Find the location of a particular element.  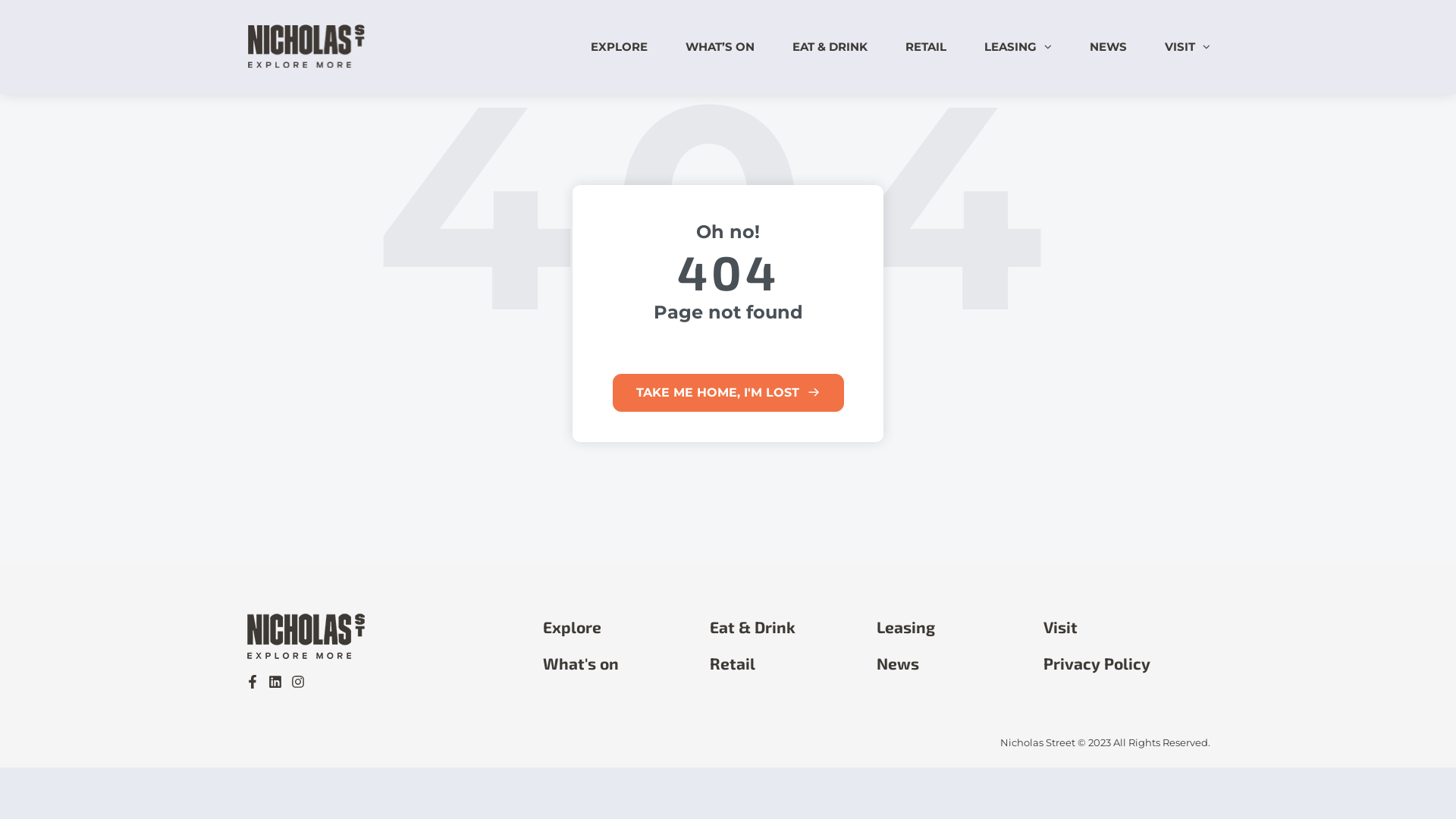

'Nicholas Street Precinct' is located at coordinates (307, 64).